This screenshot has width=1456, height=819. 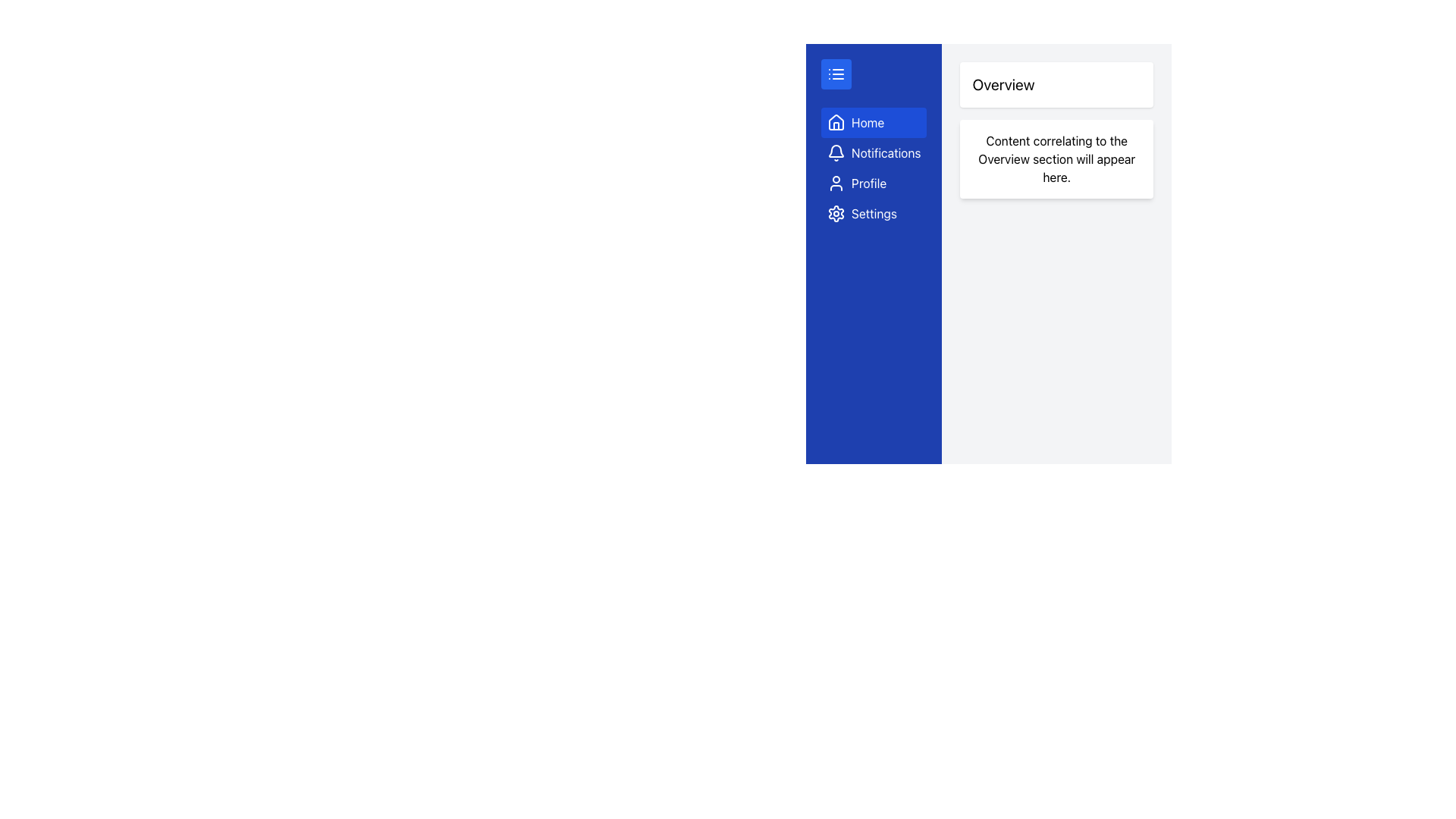 I want to click on the distinctive house-like icon with a triangular roof and rectangular base located in the left-hand sidebar, specifically as the second element under the home menu option, so click(x=836, y=121).